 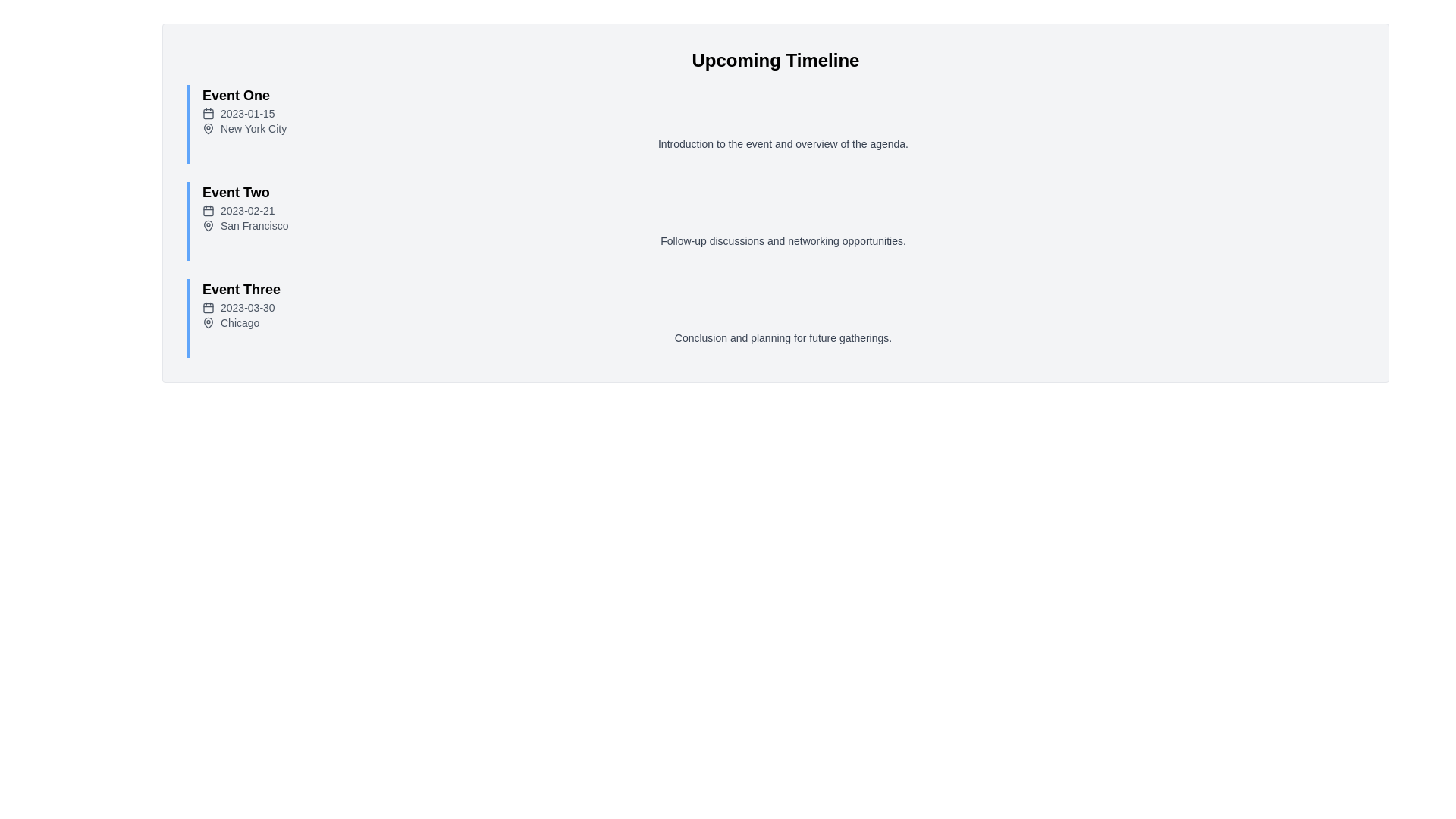 I want to click on the second text element displaying the location for the corresponding event in the 'Event Two' section of the timeline, so click(x=254, y=225).